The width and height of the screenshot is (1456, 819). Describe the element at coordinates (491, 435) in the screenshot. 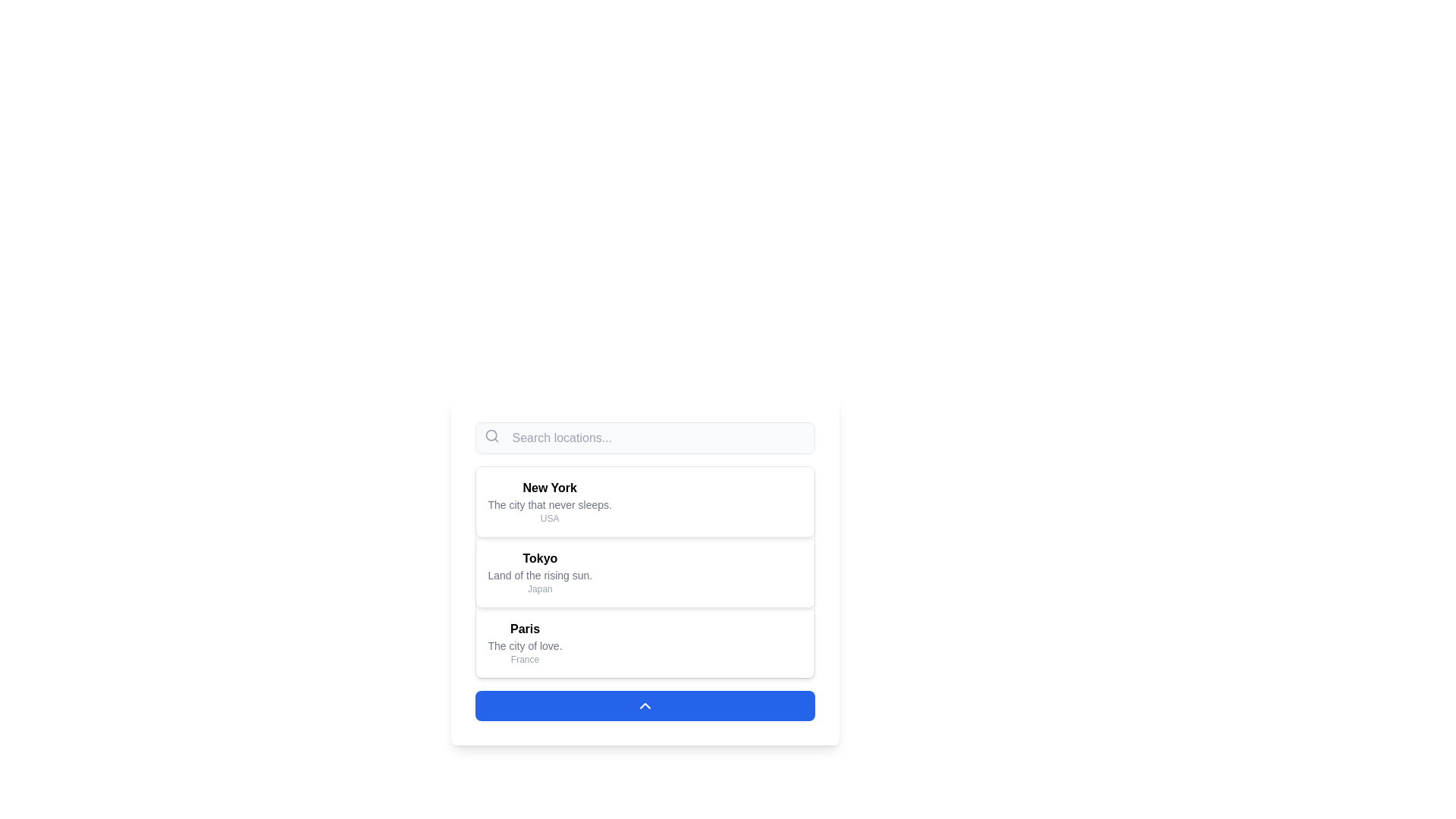

I see `the search icon element represented` at that location.